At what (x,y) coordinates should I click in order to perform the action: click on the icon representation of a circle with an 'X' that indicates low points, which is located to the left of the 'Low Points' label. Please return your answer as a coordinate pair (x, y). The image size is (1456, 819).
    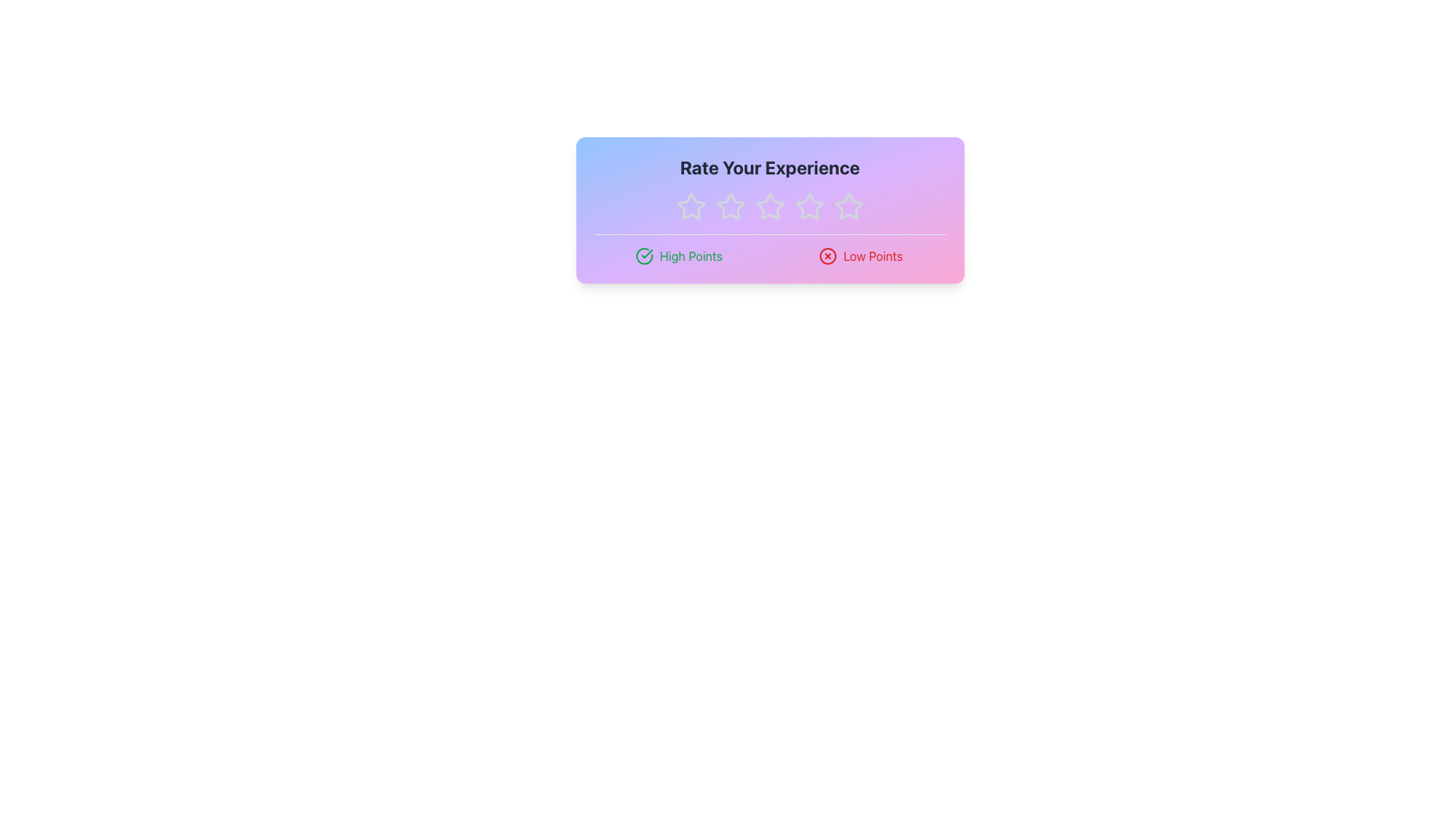
    Looking at the image, I should click on (827, 256).